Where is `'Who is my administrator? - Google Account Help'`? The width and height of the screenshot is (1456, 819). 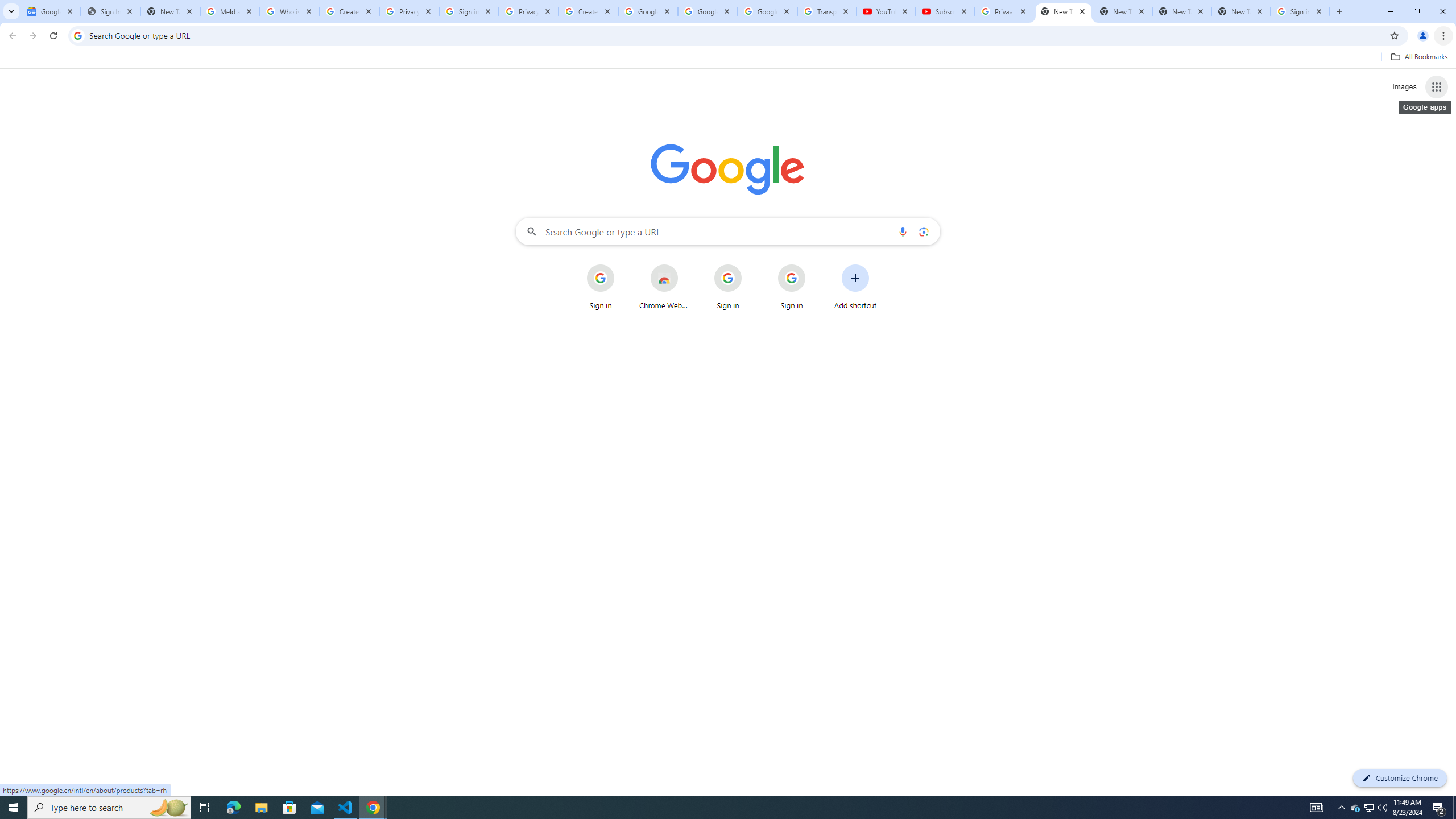
'Who is my administrator? - Google Account Help' is located at coordinates (289, 11).